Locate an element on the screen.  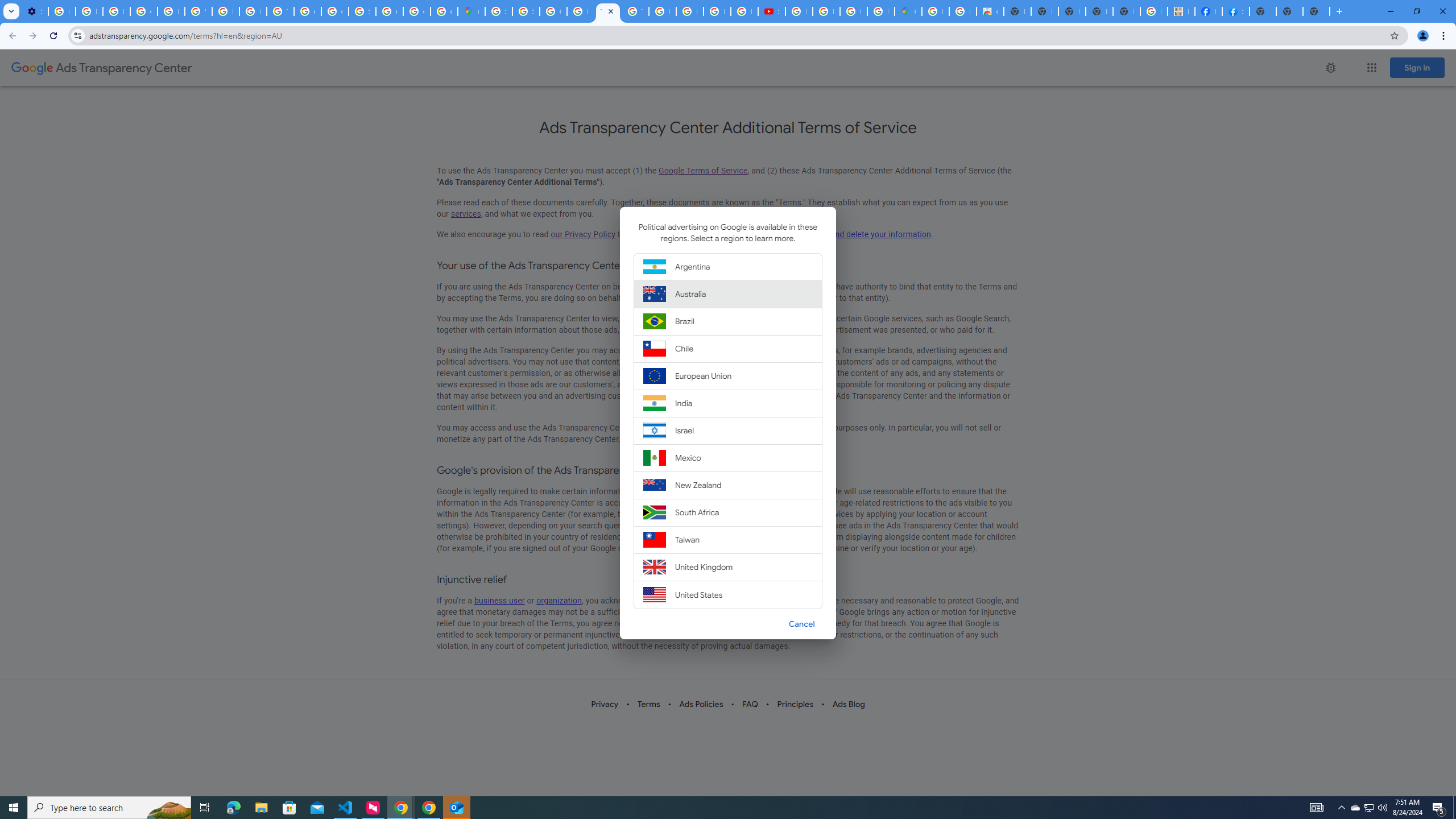
'Sign in - Google Accounts' is located at coordinates (498, 11).